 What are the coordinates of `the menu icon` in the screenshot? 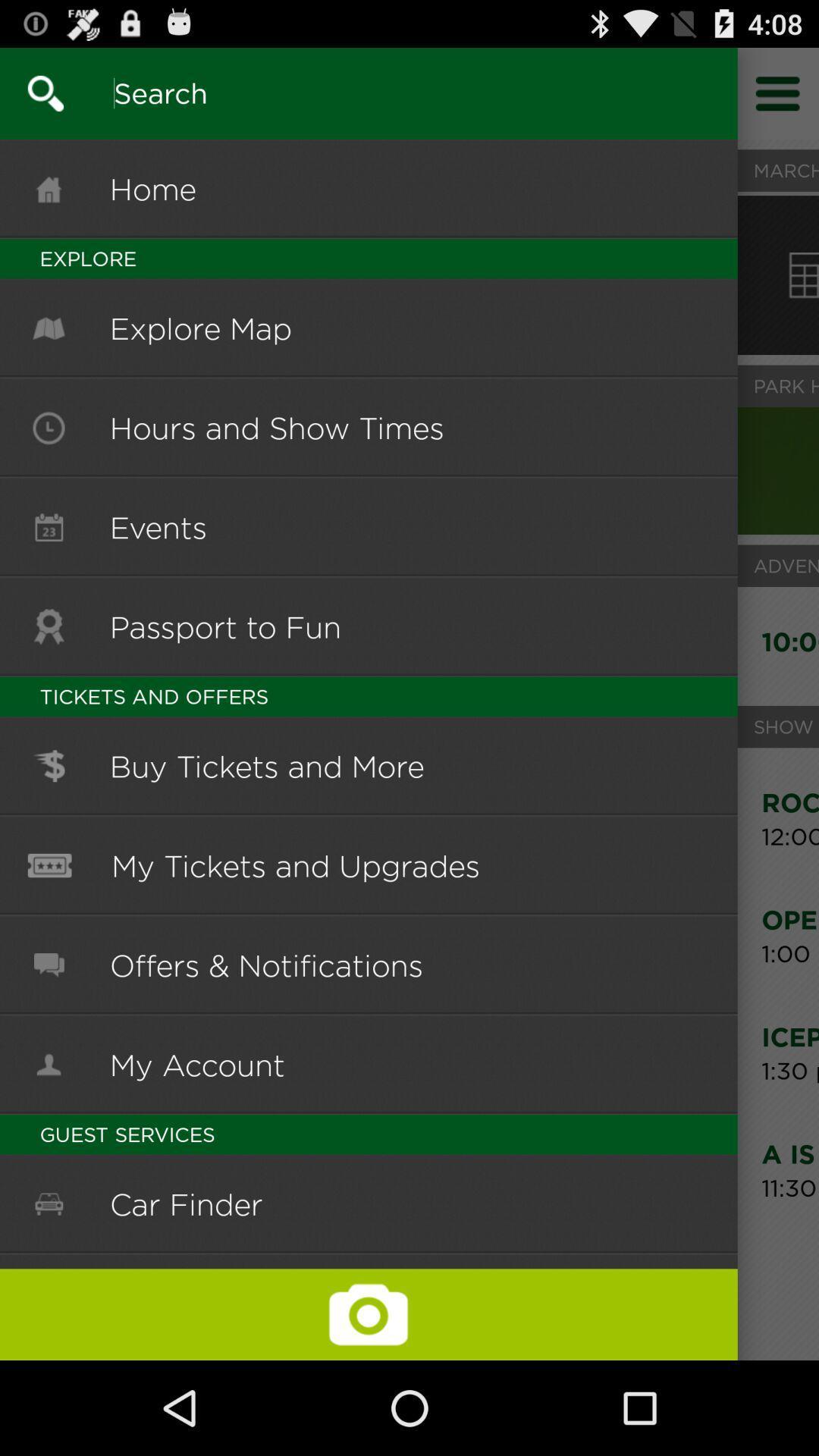 It's located at (778, 99).